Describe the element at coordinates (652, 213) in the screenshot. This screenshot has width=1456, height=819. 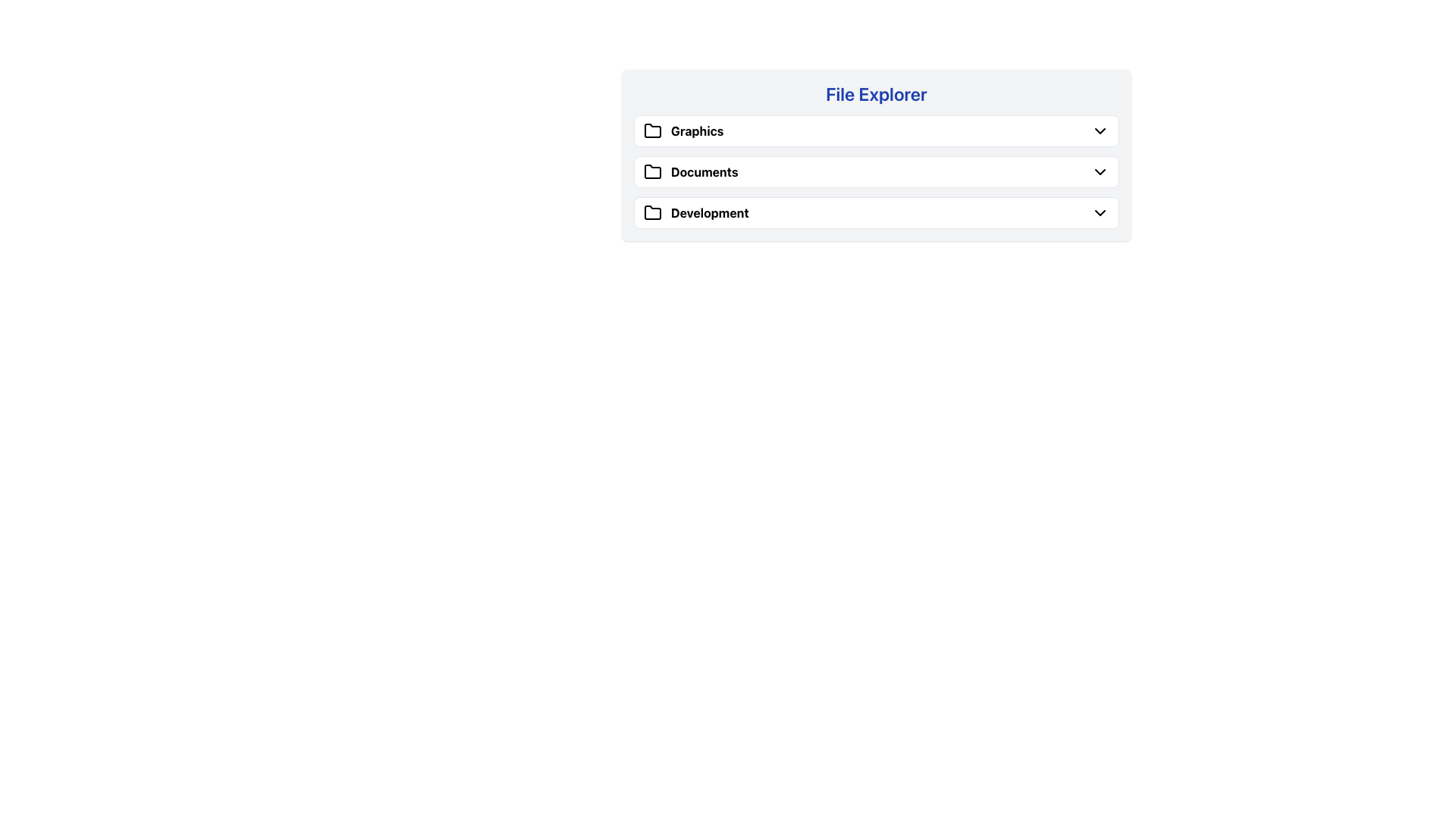
I see `the 'Development' folder icon` at that location.